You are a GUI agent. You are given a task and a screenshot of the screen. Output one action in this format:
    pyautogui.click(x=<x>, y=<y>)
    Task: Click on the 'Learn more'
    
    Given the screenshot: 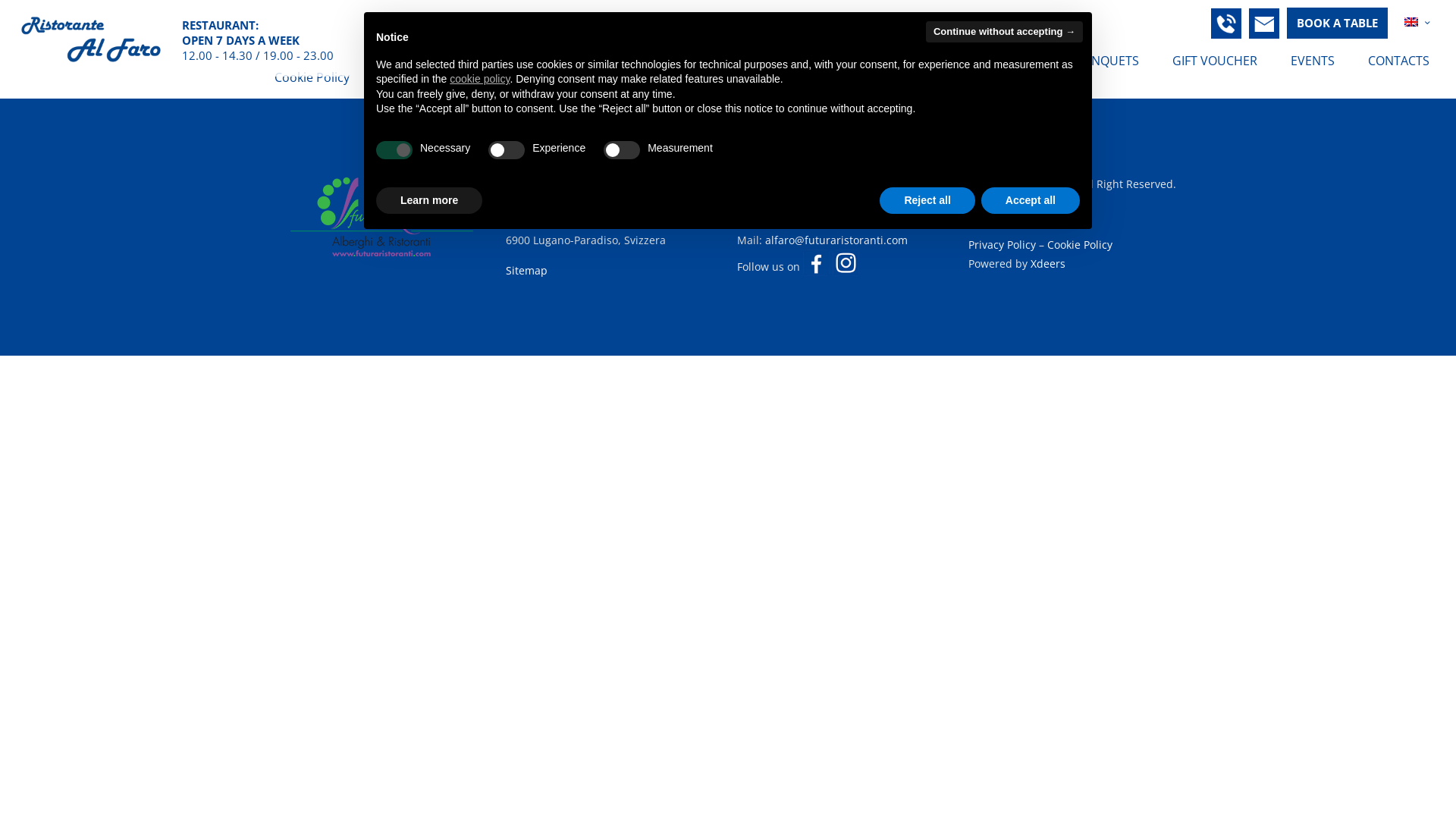 What is the action you would take?
    pyautogui.click(x=428, y=200)
    